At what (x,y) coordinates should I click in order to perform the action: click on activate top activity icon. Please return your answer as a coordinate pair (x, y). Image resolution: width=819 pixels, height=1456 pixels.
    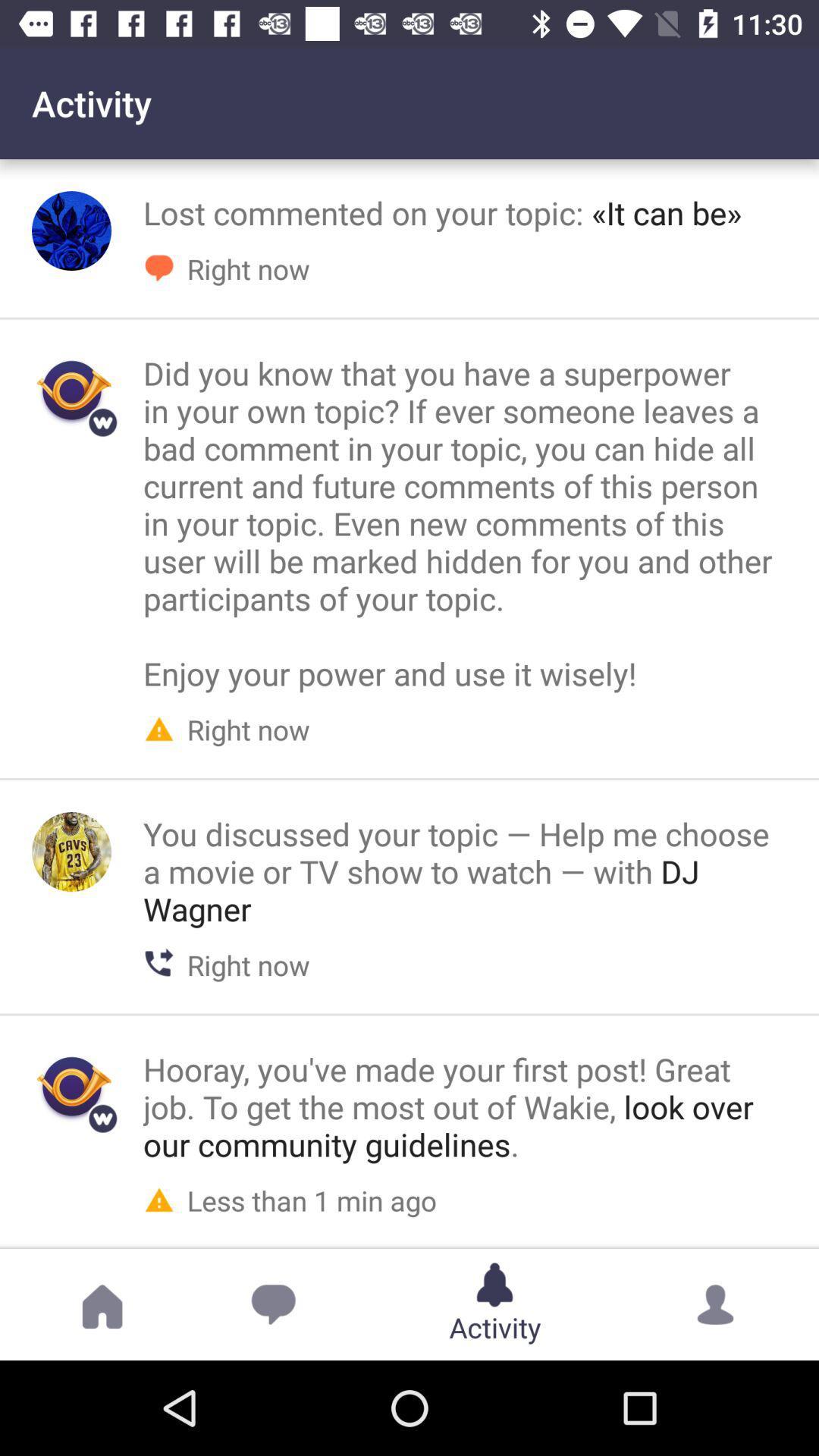
    Looking at the image, I should click on (71, 230).